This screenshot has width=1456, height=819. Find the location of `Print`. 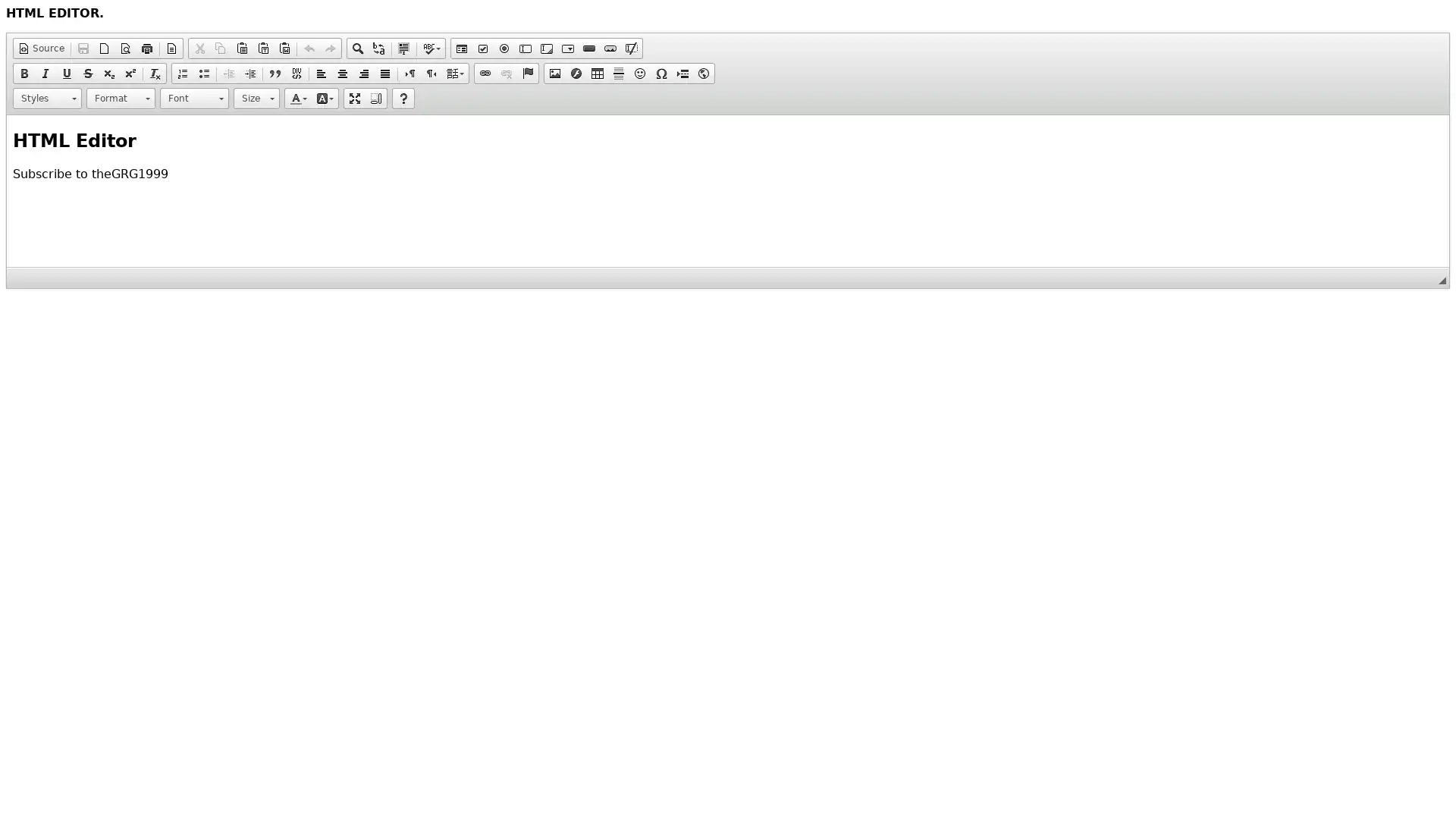

Print is located at coordinates (146, 48).